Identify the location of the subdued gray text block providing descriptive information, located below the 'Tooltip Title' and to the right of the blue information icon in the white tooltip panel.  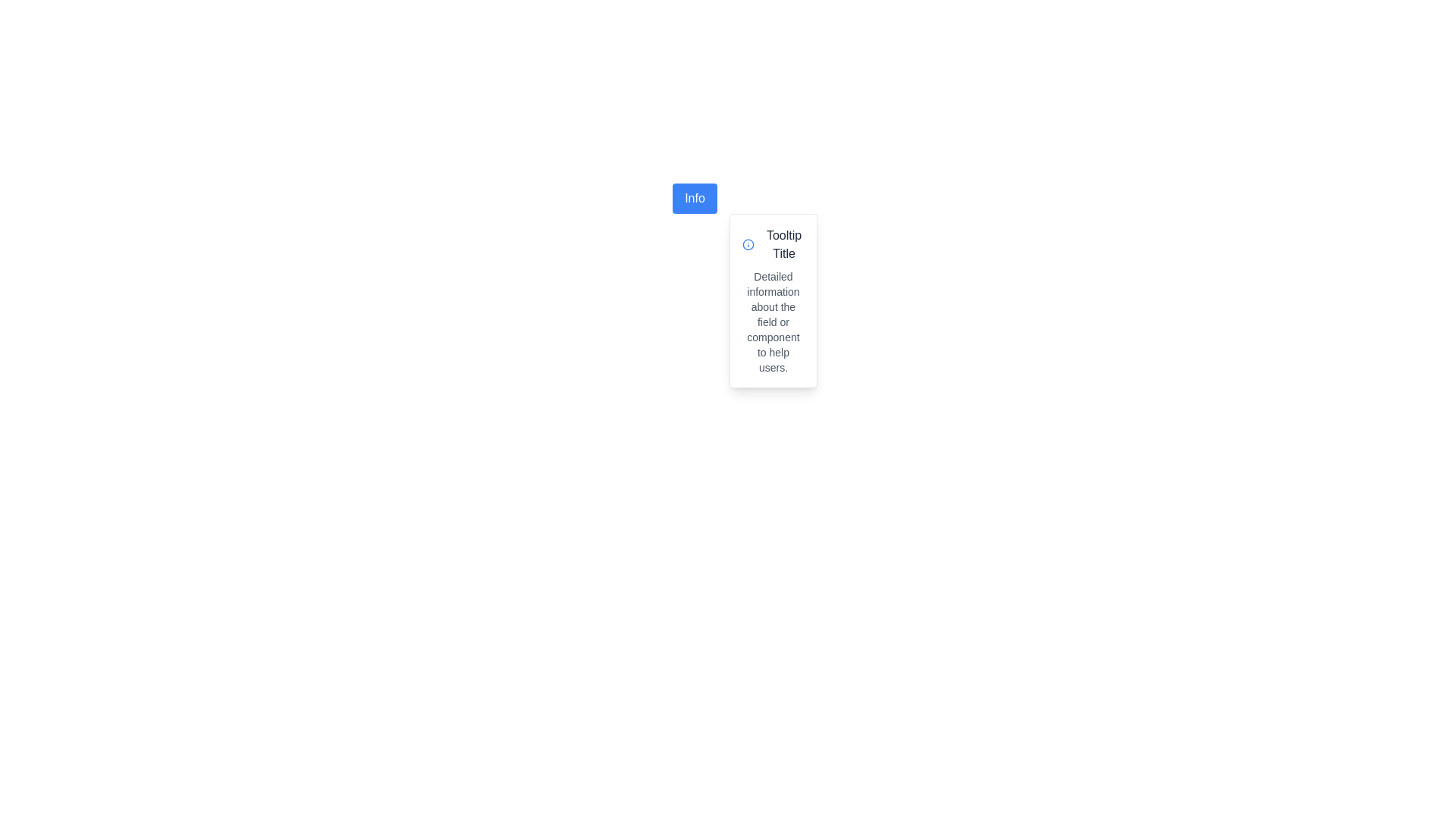
(773, 321).